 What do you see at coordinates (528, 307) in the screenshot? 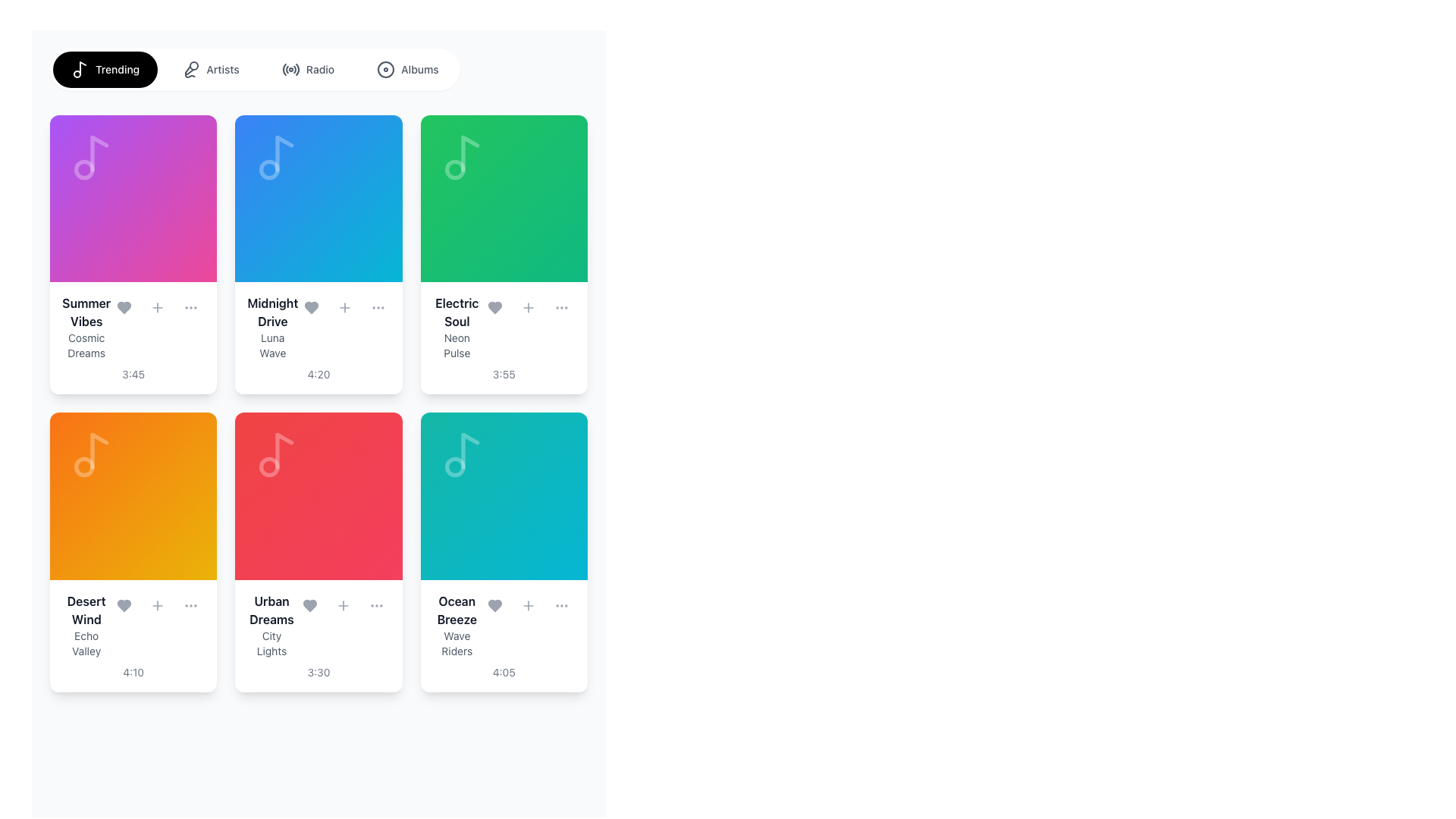
I see `the 'Add' button located within the 'Electric Soul' album card, positioned between the heart button and the ellipsis button` at bounding box center [528, 307].